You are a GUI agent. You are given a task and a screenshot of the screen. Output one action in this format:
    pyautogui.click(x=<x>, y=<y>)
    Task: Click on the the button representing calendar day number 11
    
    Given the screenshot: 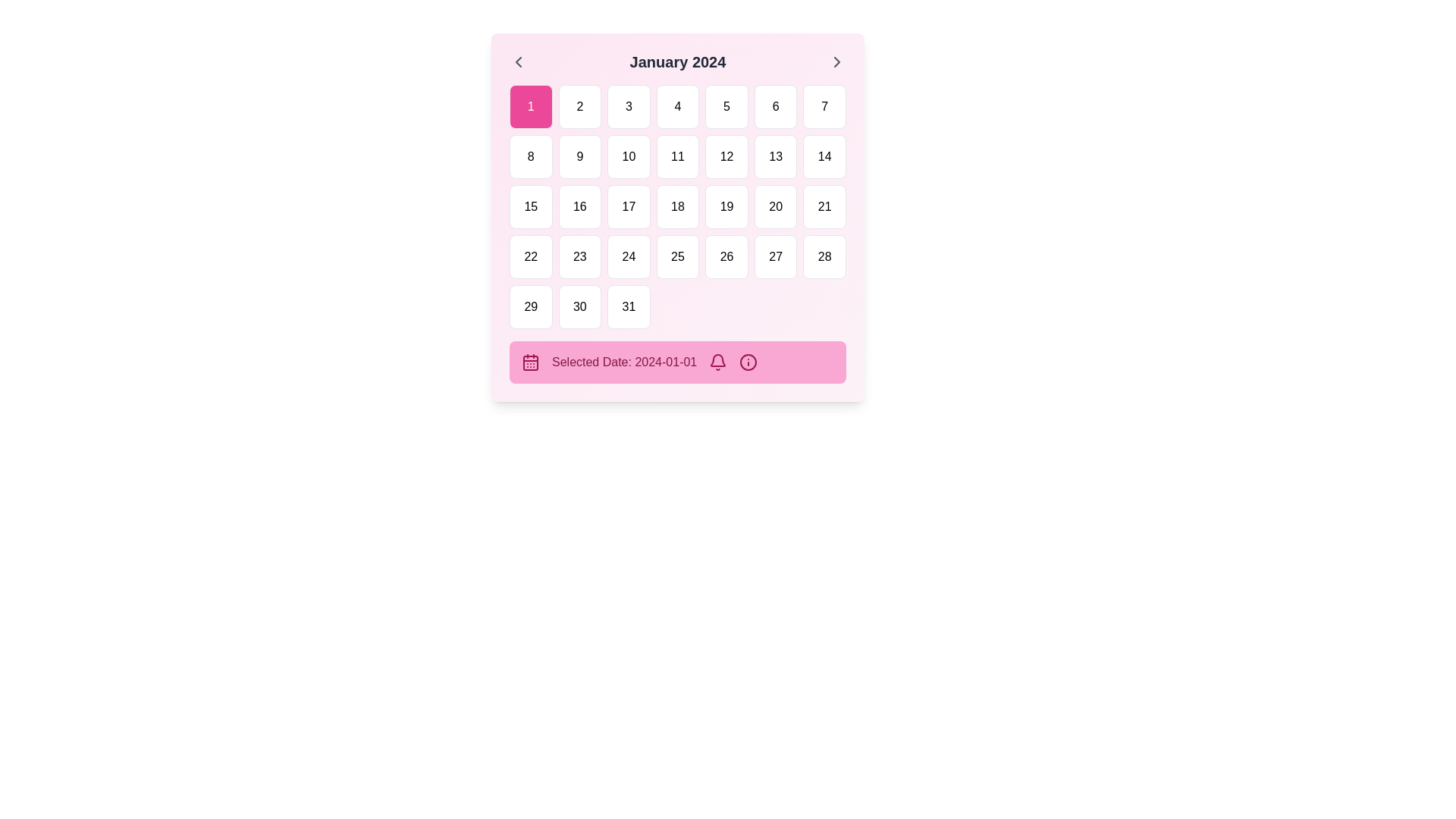 What is the action you would take?
    pyautogui.click(x=676, y=157)
    